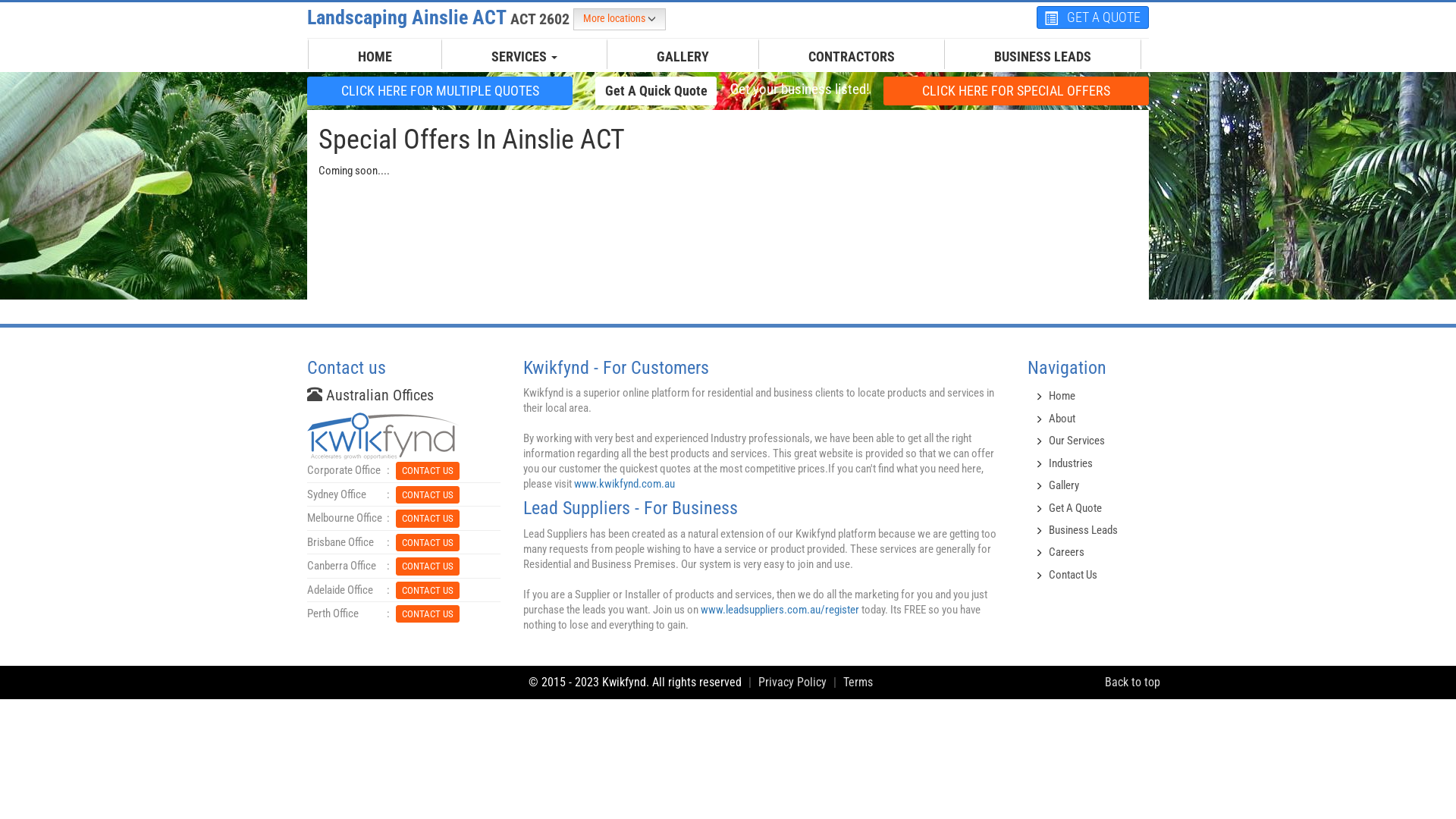 The image size is (1456, 819). What do you see at coordinates (1092, 17) in the screenshot?
I see `'GET A QUOTE'` at bounding box center [1092, 17].